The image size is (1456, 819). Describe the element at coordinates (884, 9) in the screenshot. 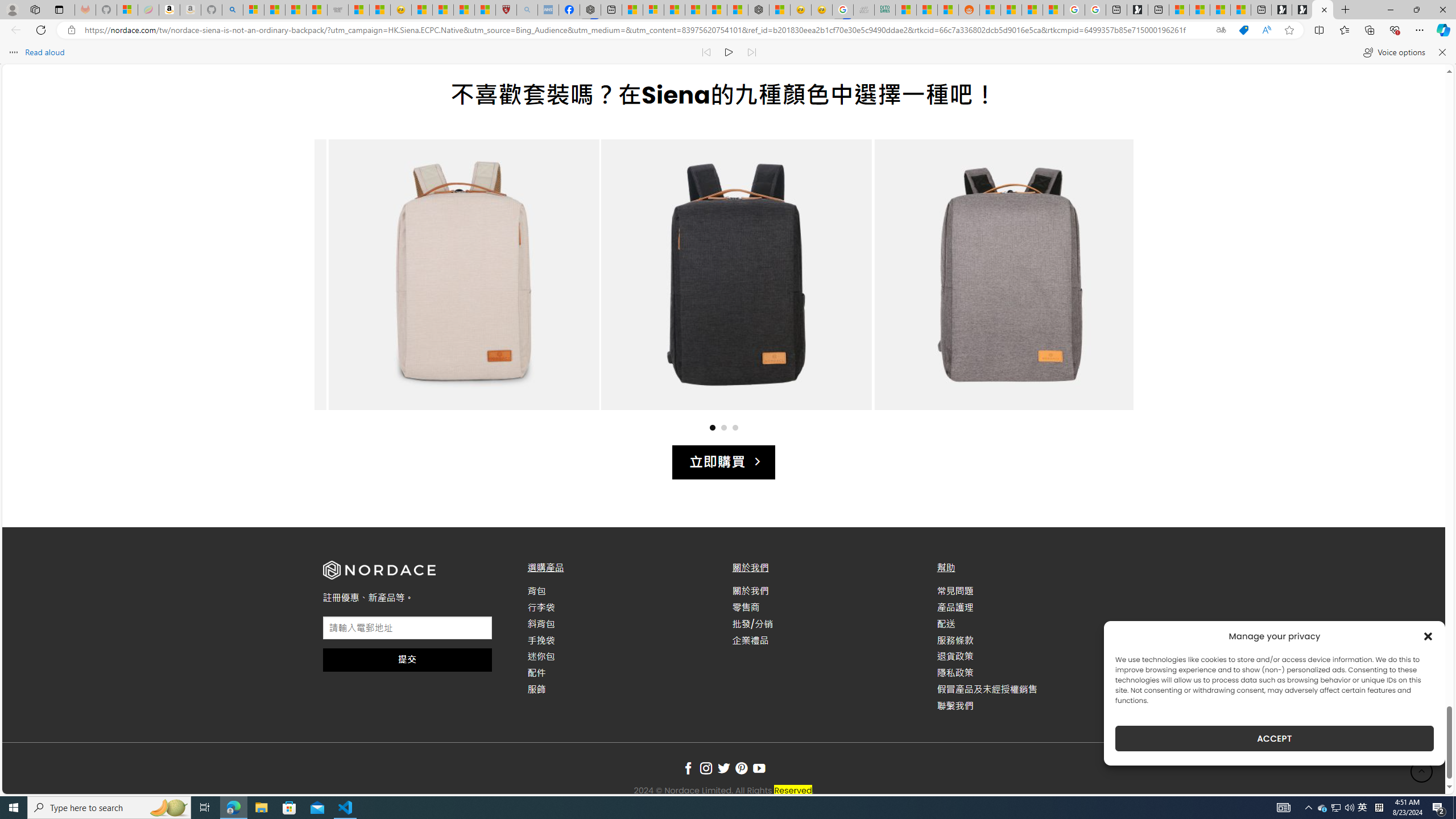

I see `'DITOGAMES AG Imprint'` at that location.